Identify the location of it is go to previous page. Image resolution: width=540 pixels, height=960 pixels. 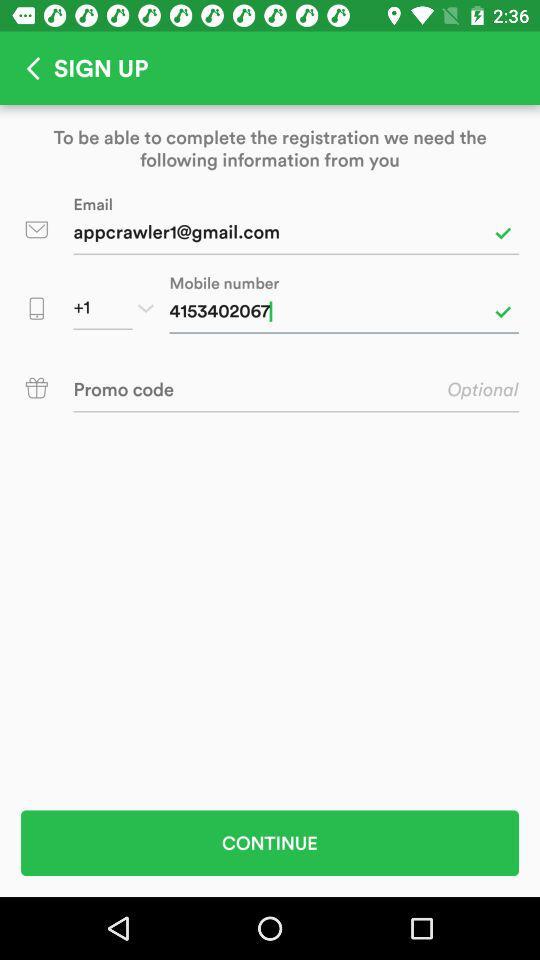
(26, 68).